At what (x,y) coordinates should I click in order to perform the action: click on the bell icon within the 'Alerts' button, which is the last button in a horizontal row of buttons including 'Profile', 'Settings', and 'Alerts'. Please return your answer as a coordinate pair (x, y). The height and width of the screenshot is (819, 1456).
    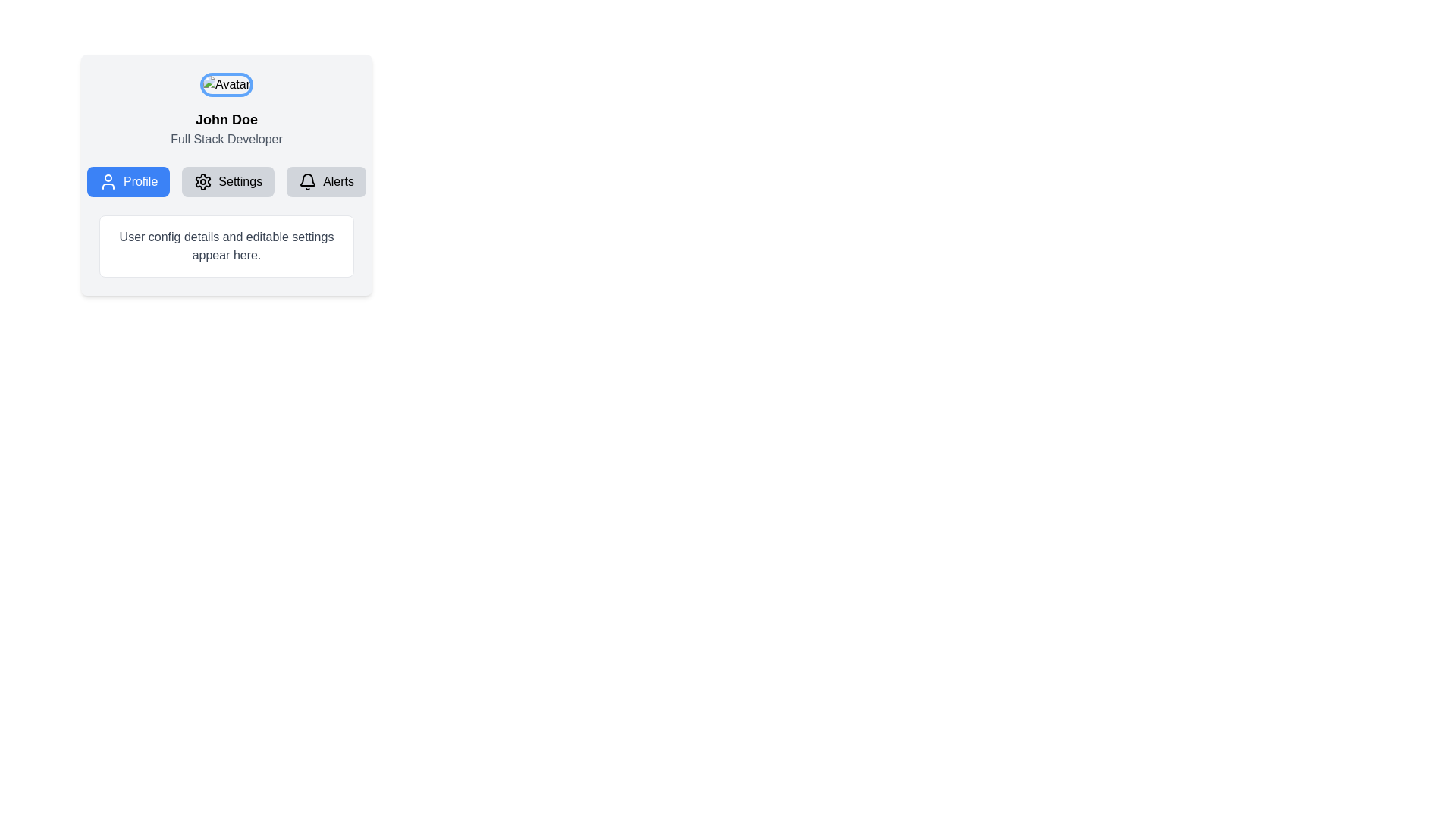
    Looking at the image, I should click on (307, 180).